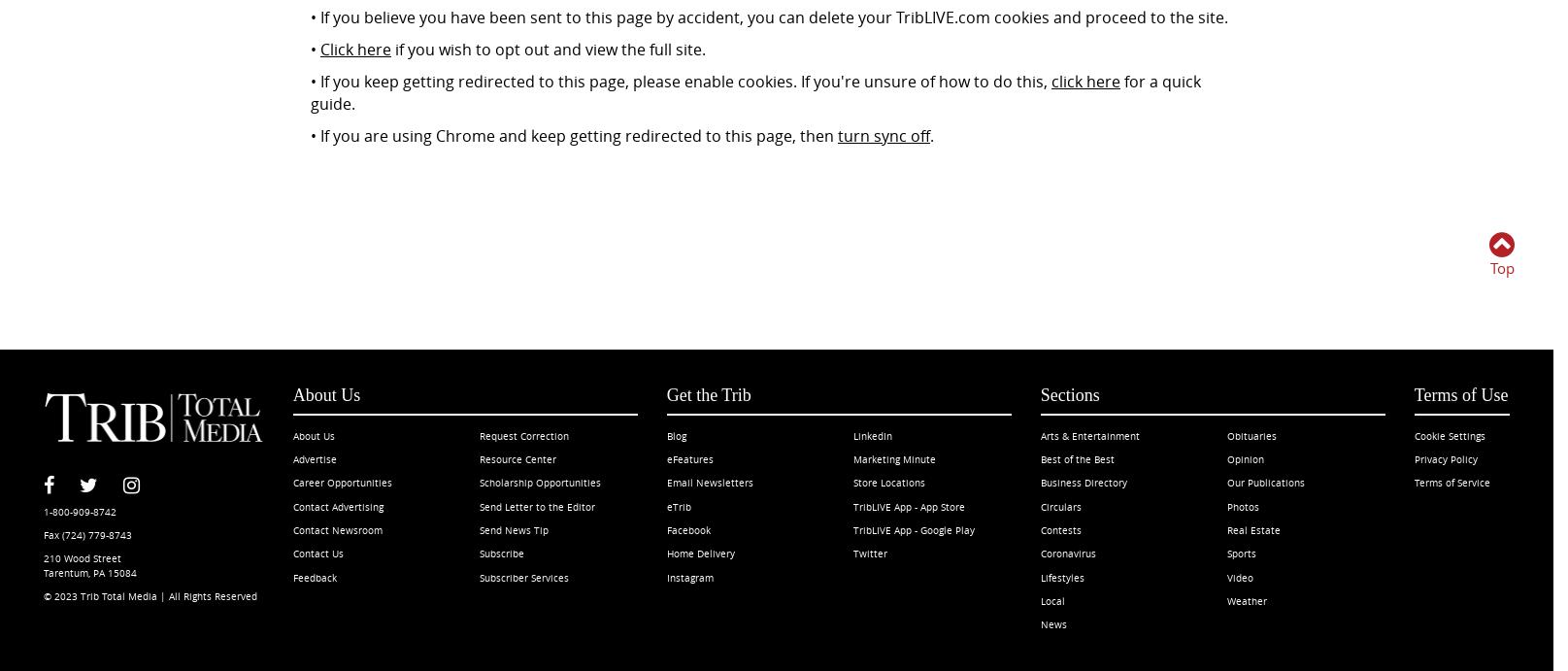  Describe the element at coordinates (537, 505) in the screenshot. I see `'Send Letter to the Editor'` at that location.